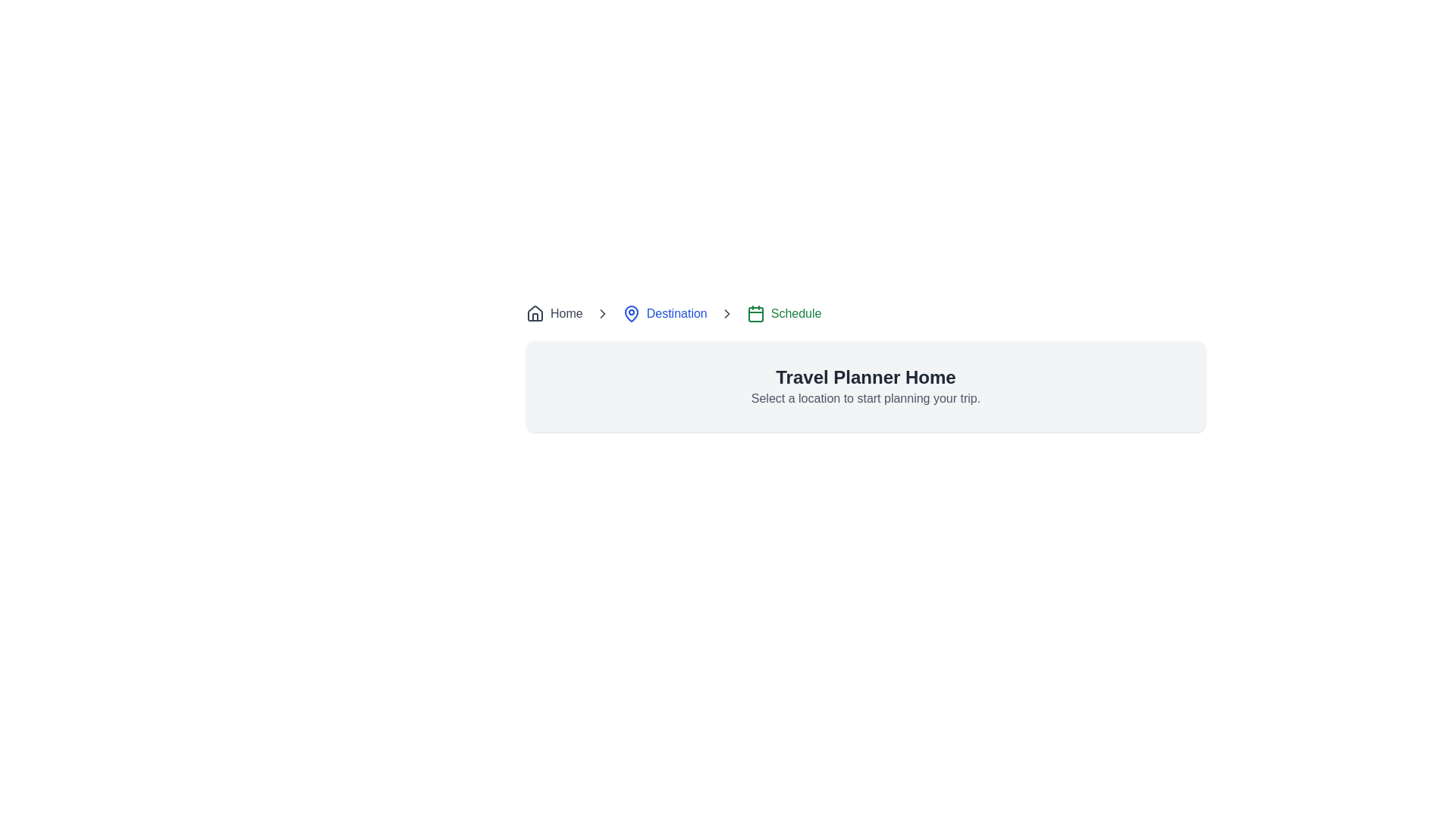  What do you see at coordinates (755, 314) in the screenshot?
I see `the calendar icon fragment represented as a rectangle in the SVG graphic, which is part of the navigation bar next to the 'Schedule' label` at bounding box center [755, 314].